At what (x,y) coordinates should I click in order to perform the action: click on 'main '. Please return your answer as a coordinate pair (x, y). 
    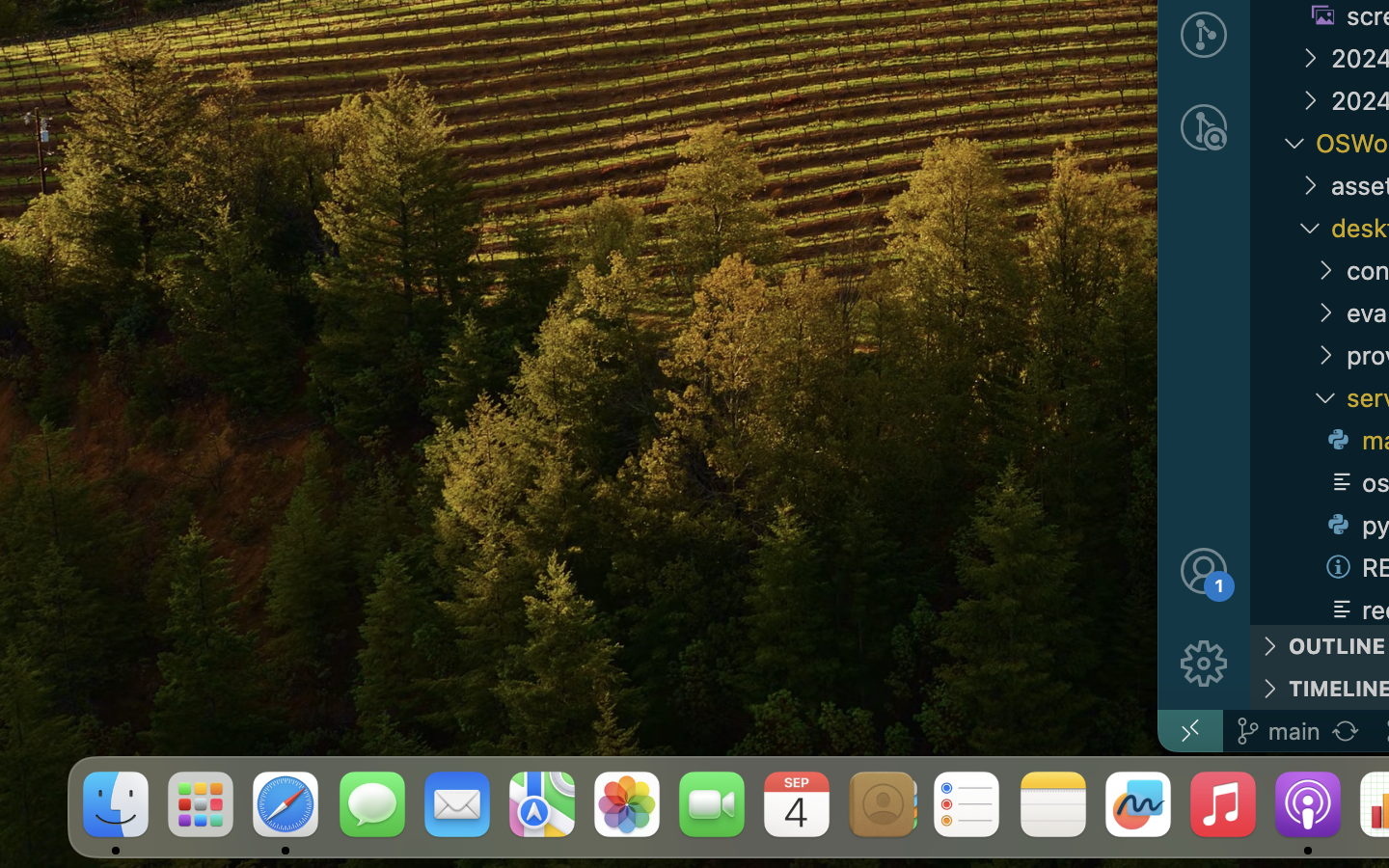
    Looking at the image, I should click on (1276, 729).